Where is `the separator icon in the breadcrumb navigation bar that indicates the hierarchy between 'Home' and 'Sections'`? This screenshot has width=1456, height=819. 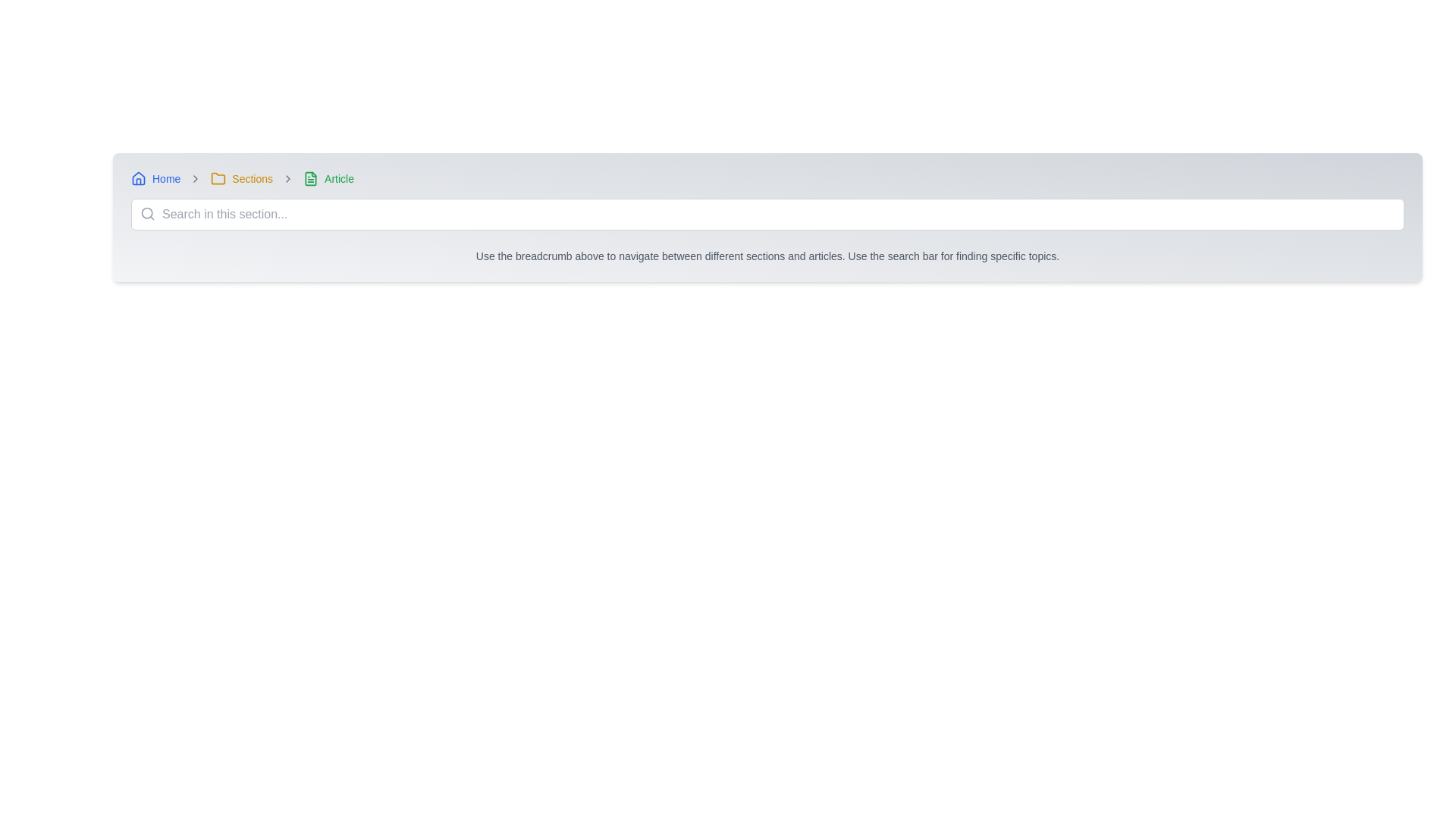 the separator icon in the breadcrumb navigation bar that indicates the hierarchy between 'Home' and 'Sections' is located at coordinates (195, 177).